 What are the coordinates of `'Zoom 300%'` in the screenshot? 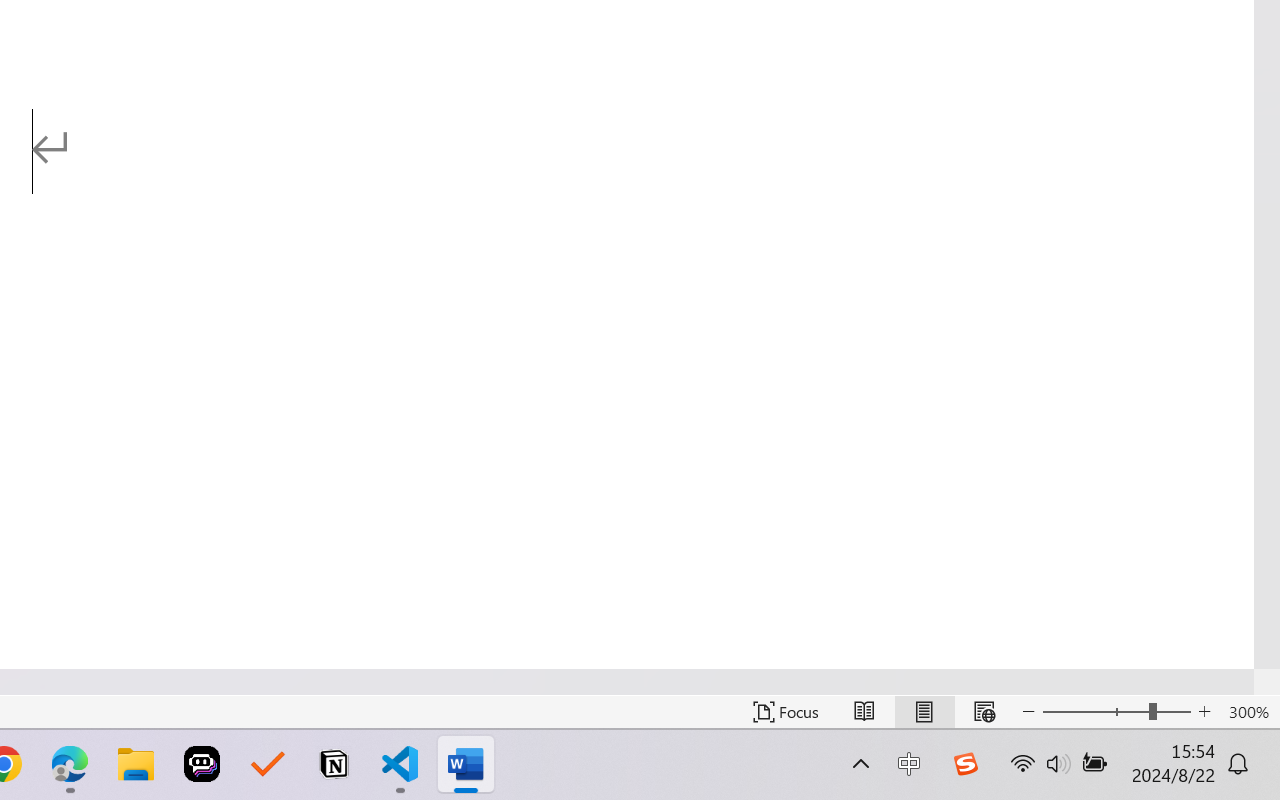 It's located at (1248, 711).